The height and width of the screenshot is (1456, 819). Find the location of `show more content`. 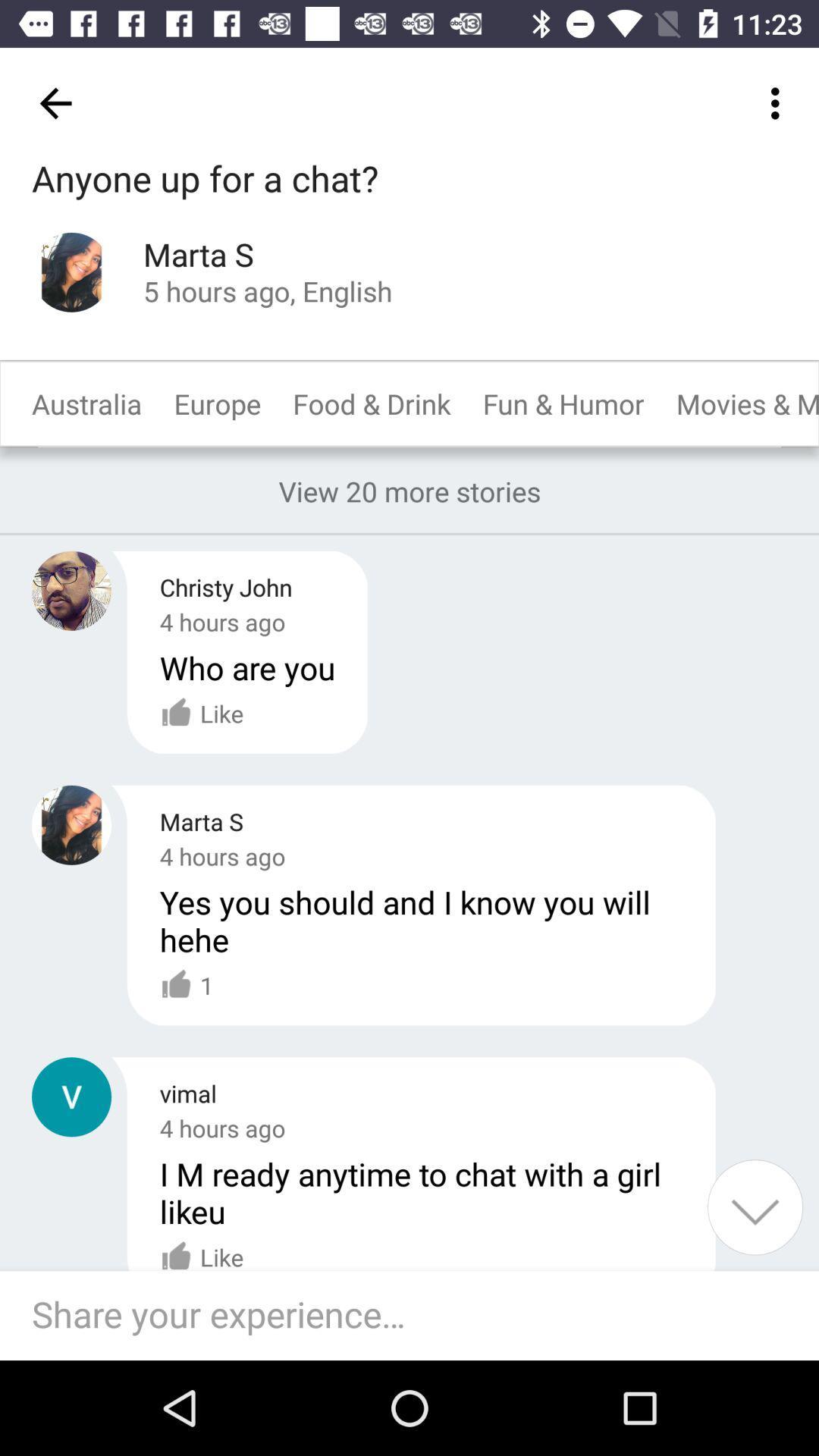

show more content is located at coordinates (755, 1207).